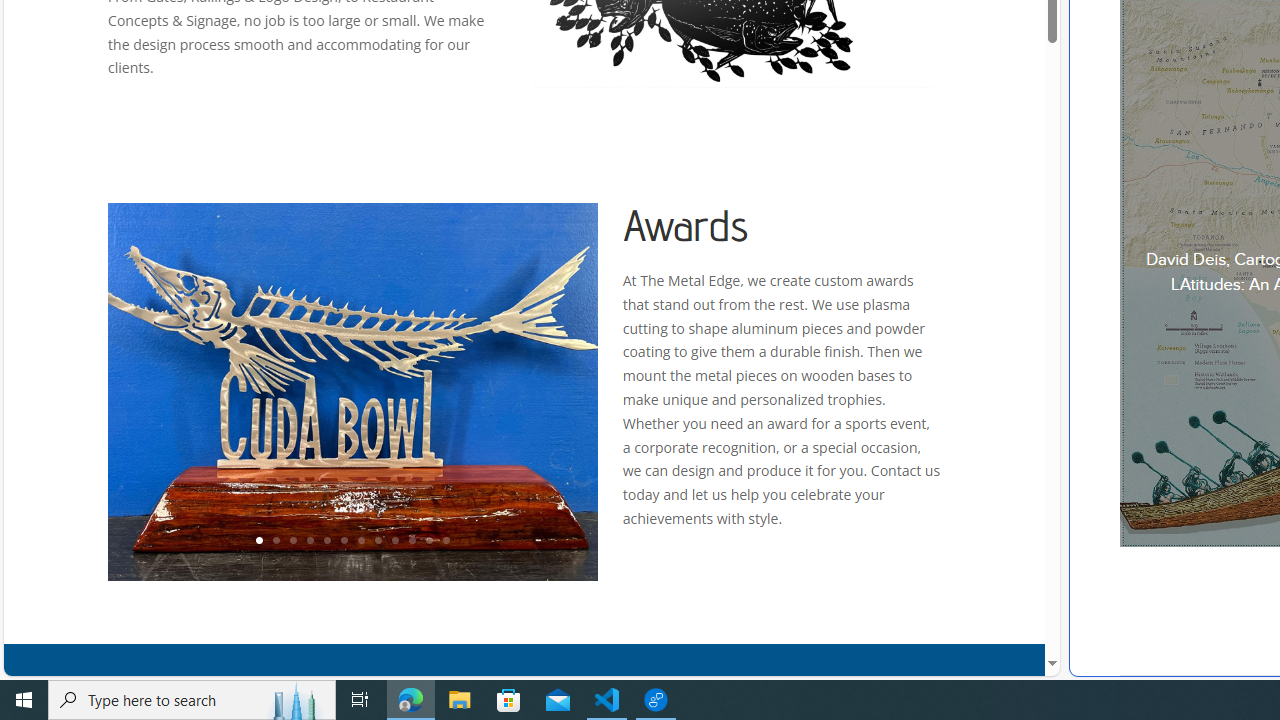  I want to click on '9', so click(394, 541).